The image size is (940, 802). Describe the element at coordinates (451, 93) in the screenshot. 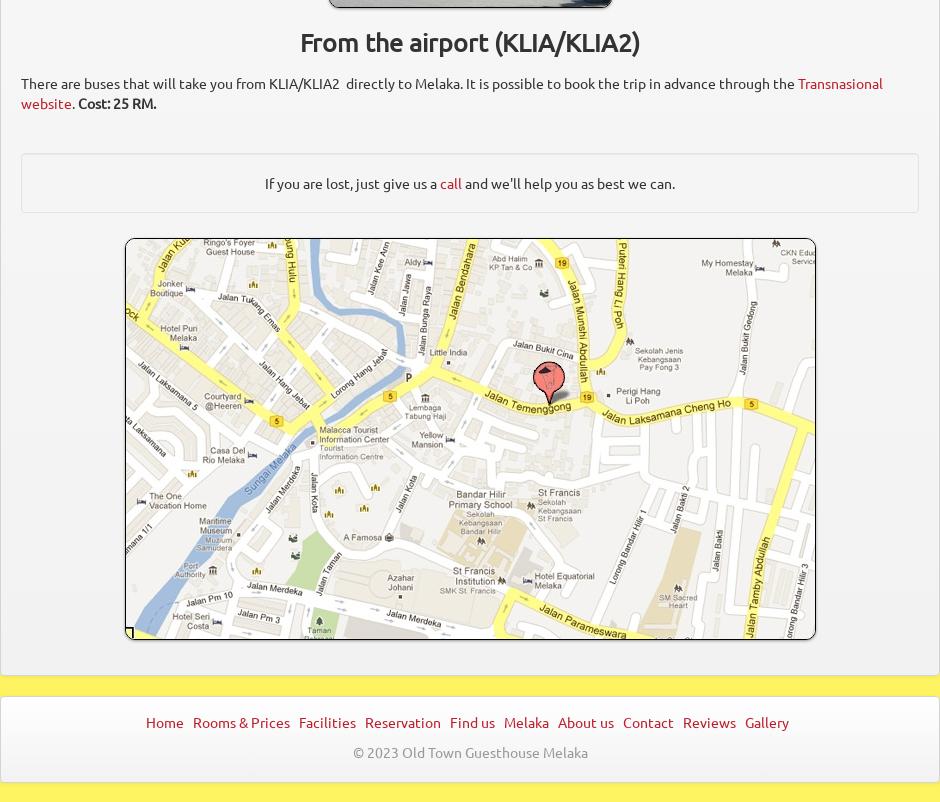

I see `'Transnasional website'` at that location.